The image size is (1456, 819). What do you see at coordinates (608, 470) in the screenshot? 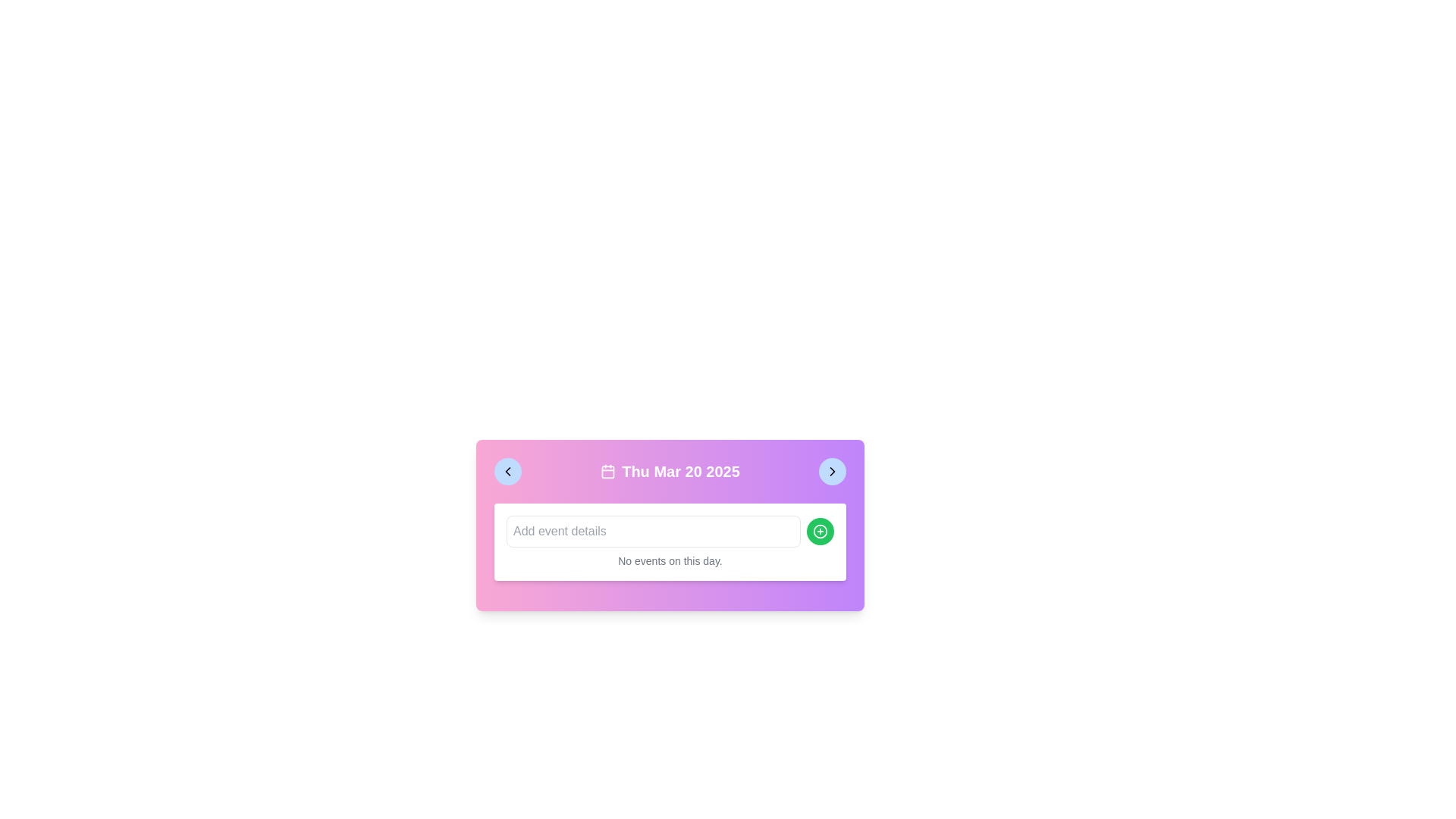
I see `the calendar icon, which is a square with rounded corners, located to the left of the date 'Thu Mar 20 2025'` at bounding box center [608, 470].